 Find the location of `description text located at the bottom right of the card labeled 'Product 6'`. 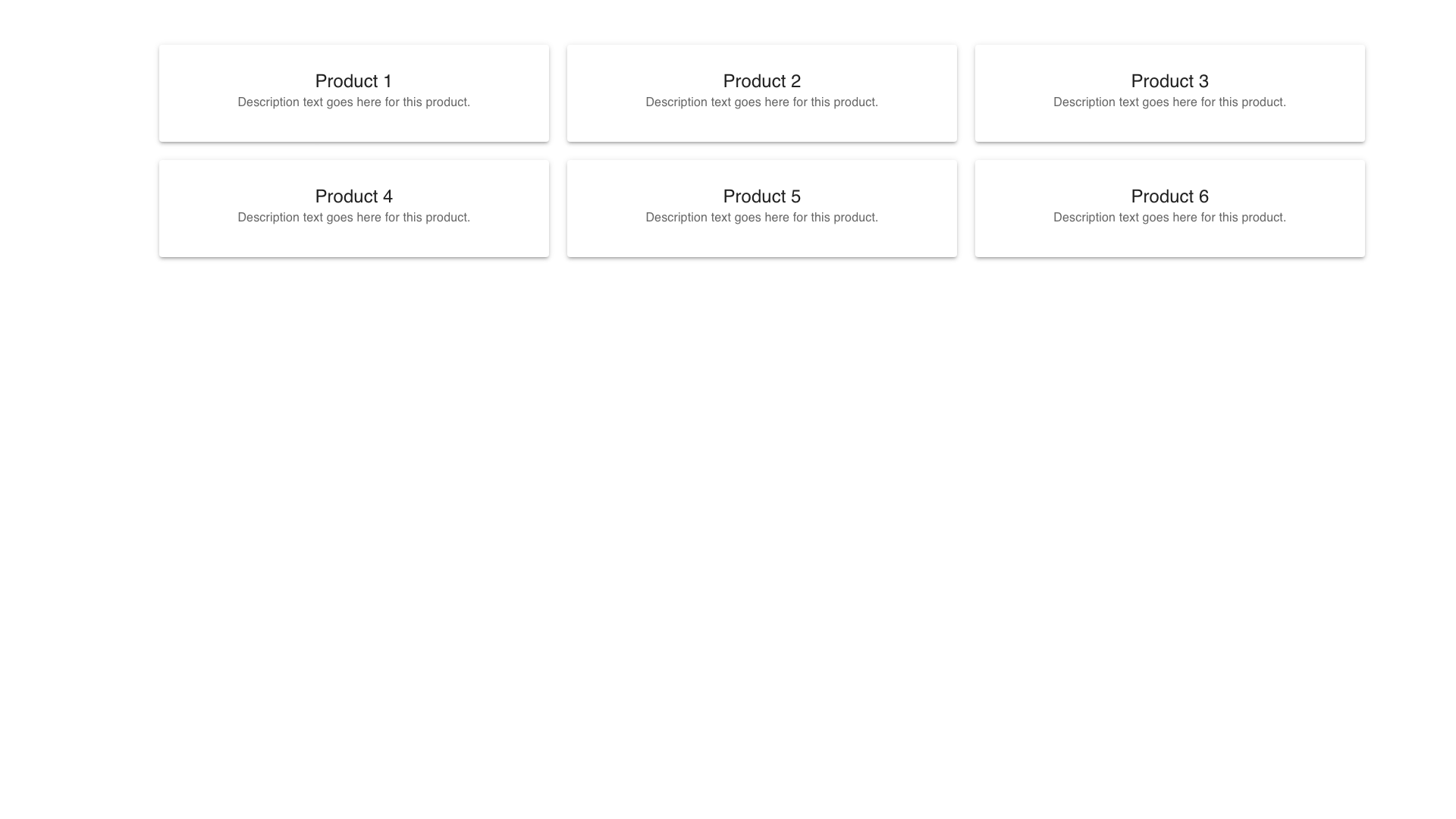

description text located at the bottom right of the card labeled 'Product 6' is located at coordinates (1169, 218).